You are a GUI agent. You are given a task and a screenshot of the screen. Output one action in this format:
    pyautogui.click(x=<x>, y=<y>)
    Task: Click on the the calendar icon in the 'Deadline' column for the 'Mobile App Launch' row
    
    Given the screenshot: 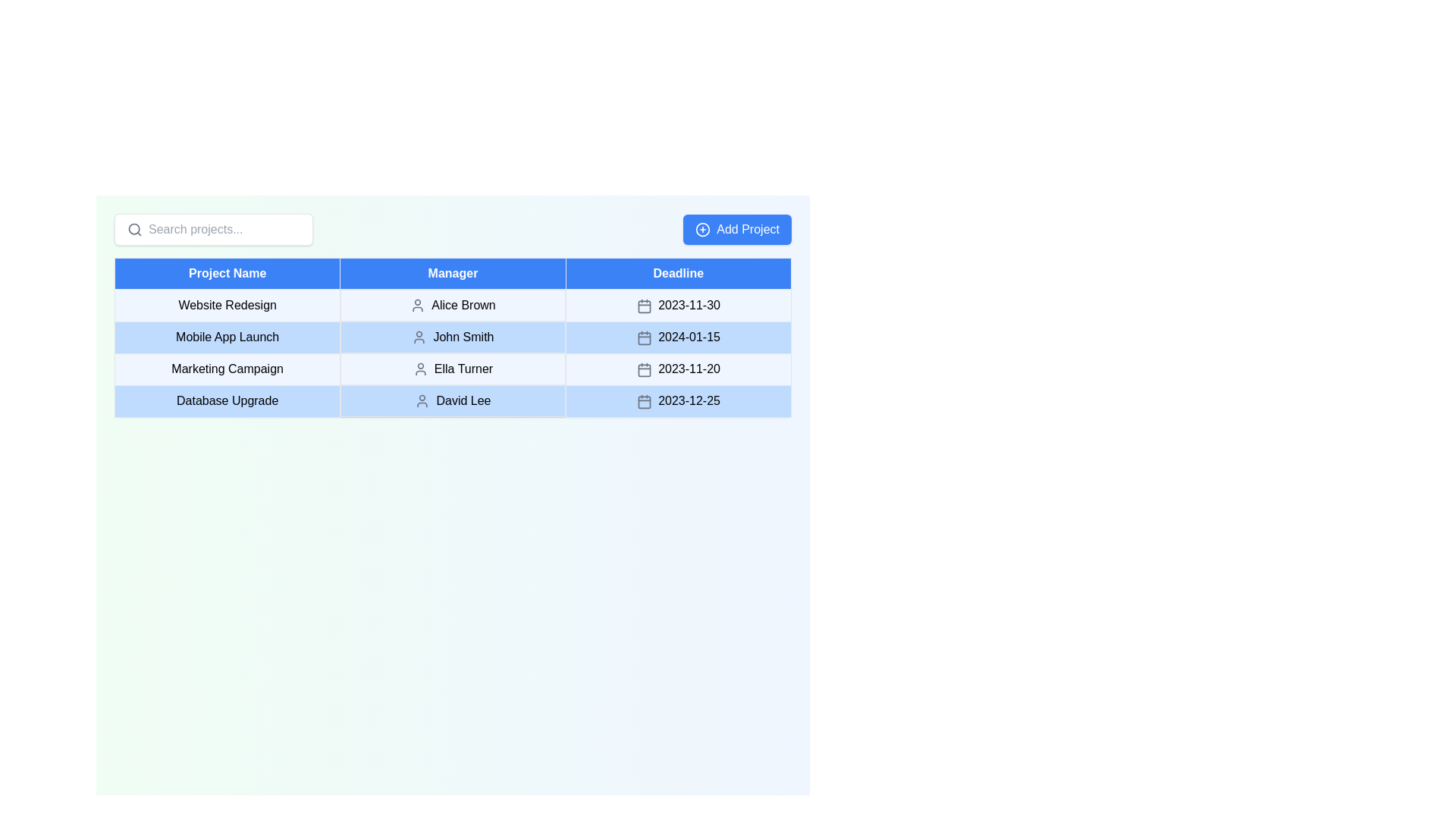 What is the action you would take?
    pyautogui.click(x=644, y=337)
    